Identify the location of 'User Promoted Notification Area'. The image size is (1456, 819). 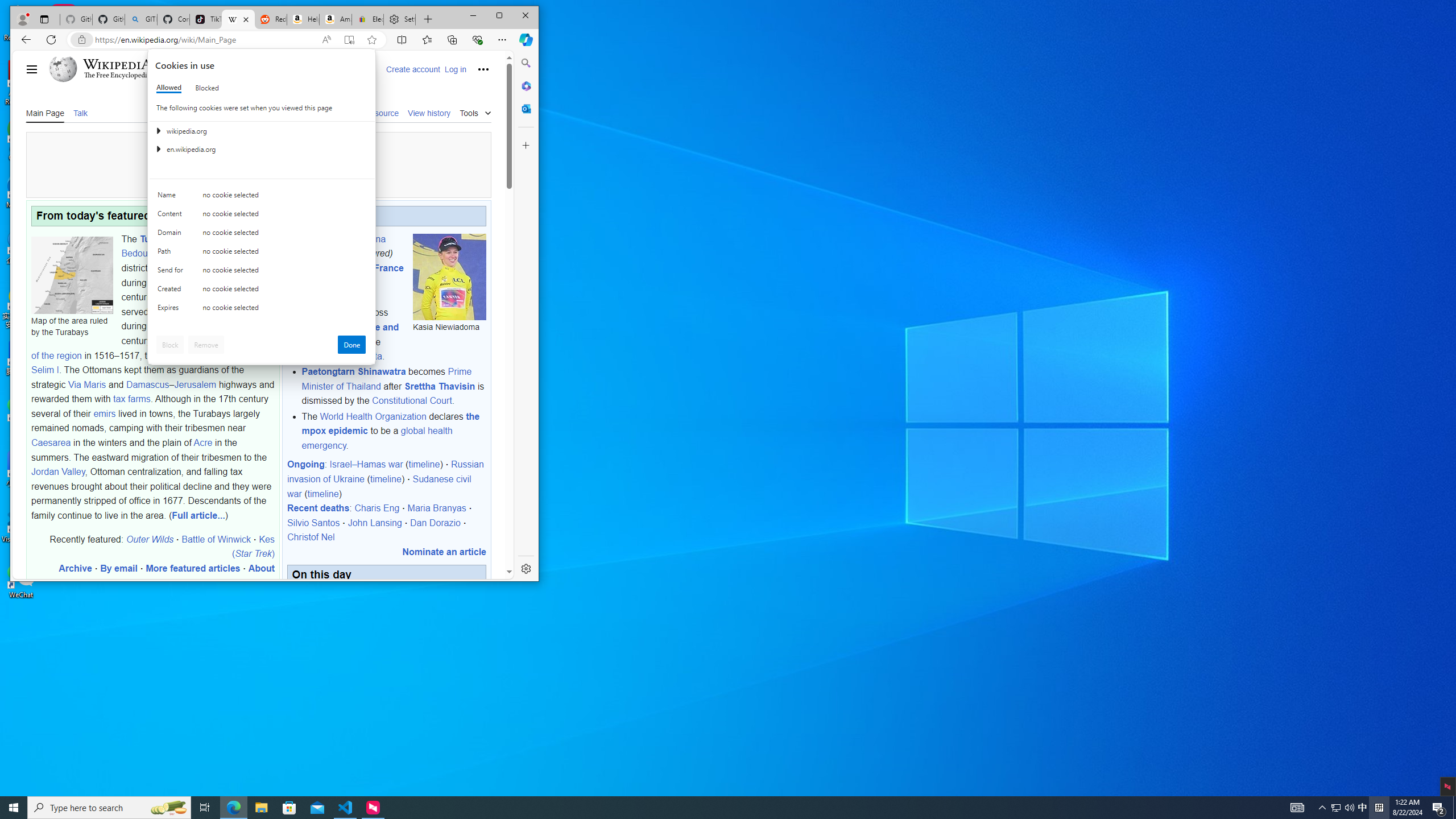
(1342, 806).